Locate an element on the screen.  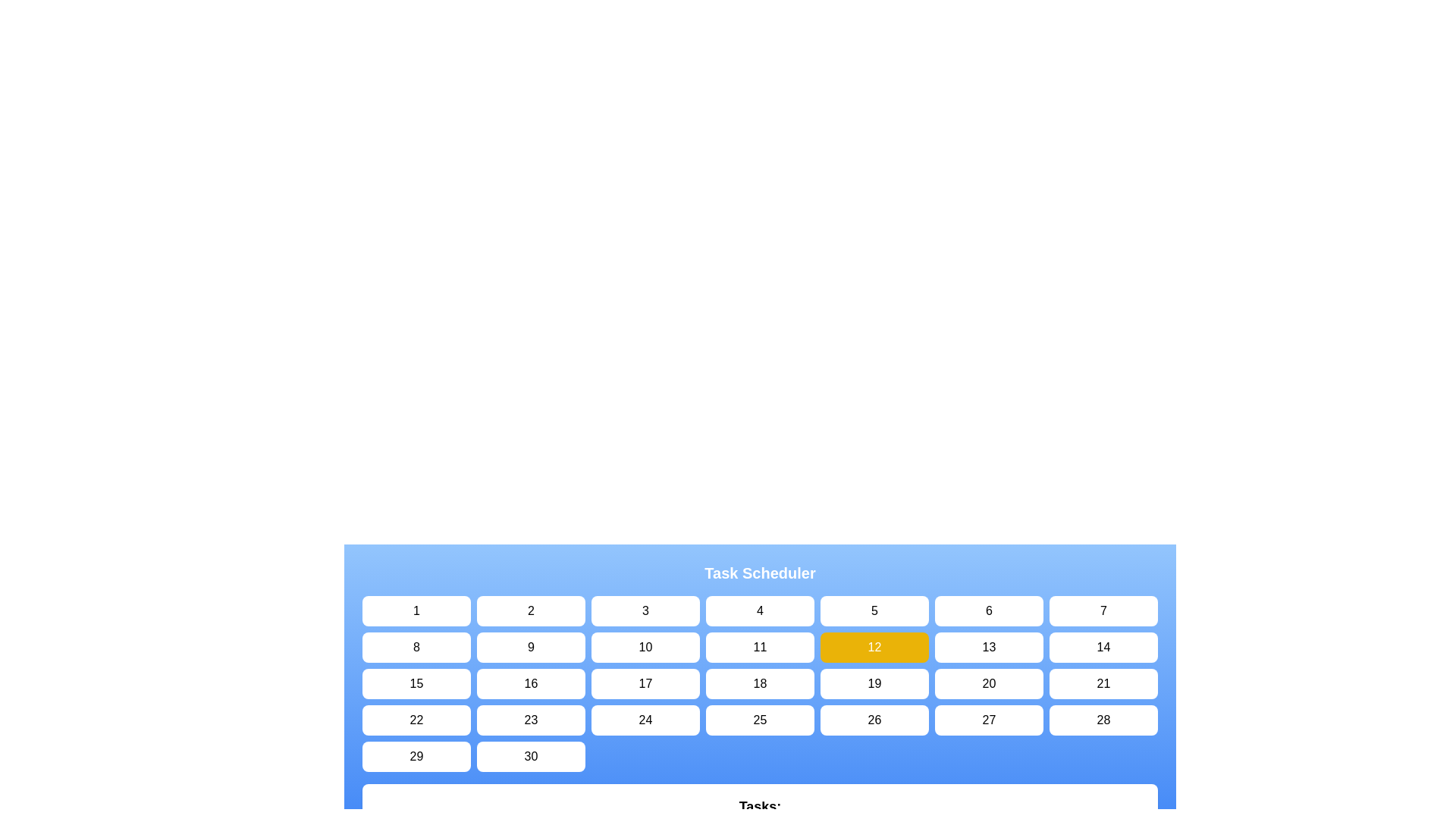
the button displaying the number '10' located in the second row and third column of the grid layout under the 'Task Scheduler' section is located at coordinates (645, 647).